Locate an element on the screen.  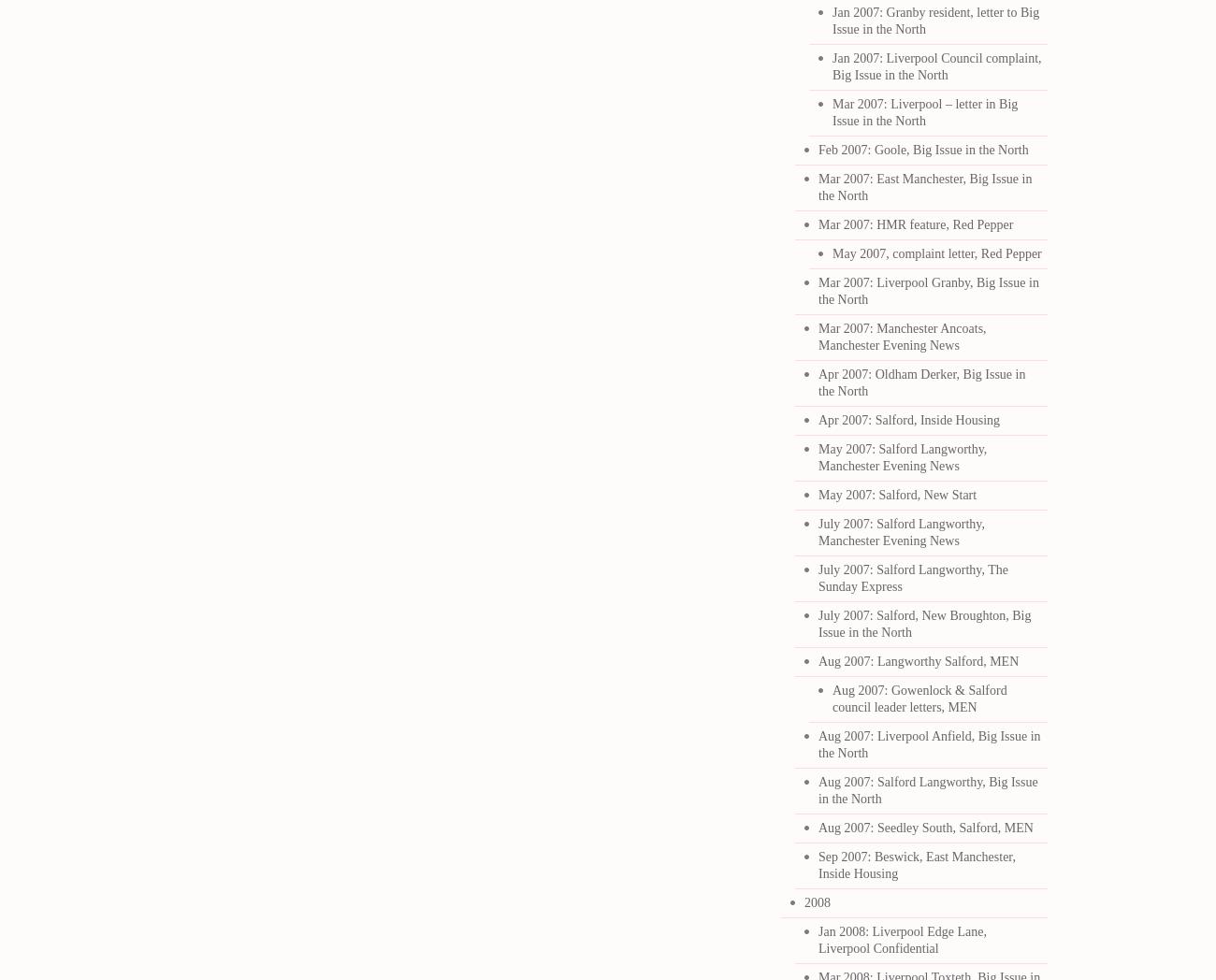
'Apr 2007: Oldham Derker, Big Issue in the North' is located at coordinates (920, 382).